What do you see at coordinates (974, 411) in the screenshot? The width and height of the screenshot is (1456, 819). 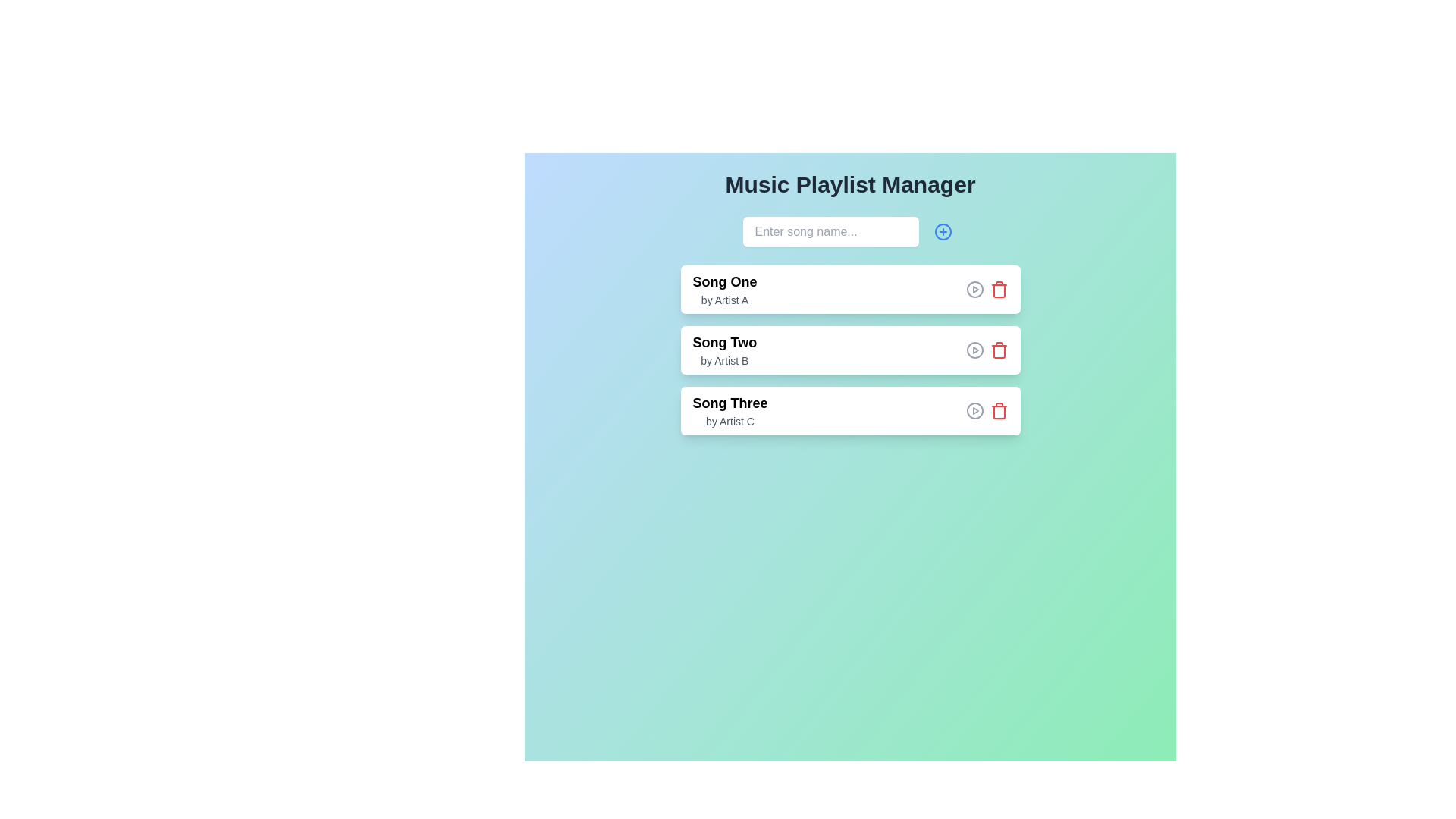 I see `the circular play button with a black stroke located in the bottom right corner of 'Song Three by Artist C'` at bounding box center [974, 411].